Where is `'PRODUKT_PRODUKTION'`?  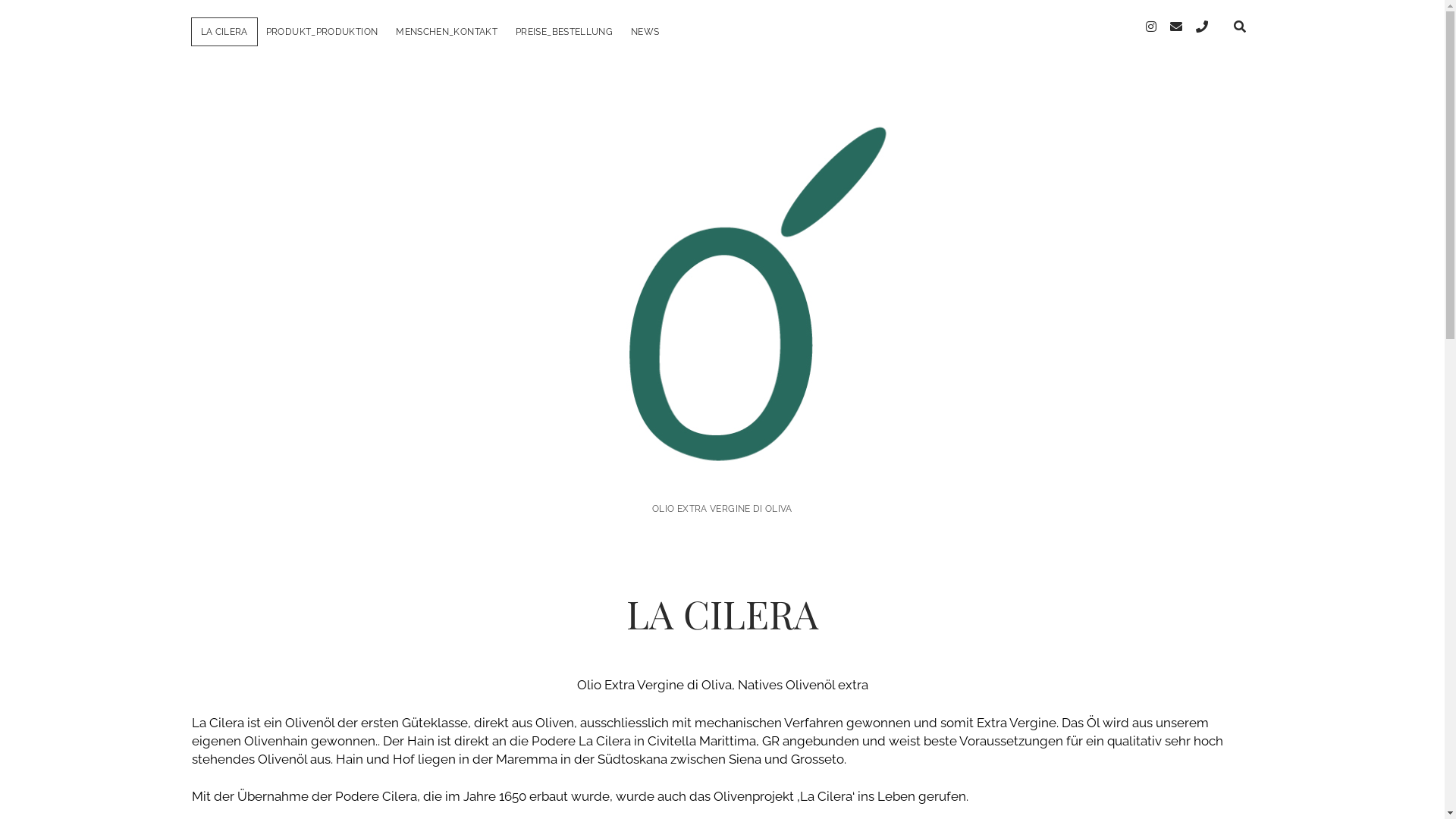
'PRODUKT_PRODUKTION' is located at coordinates (321, 32).